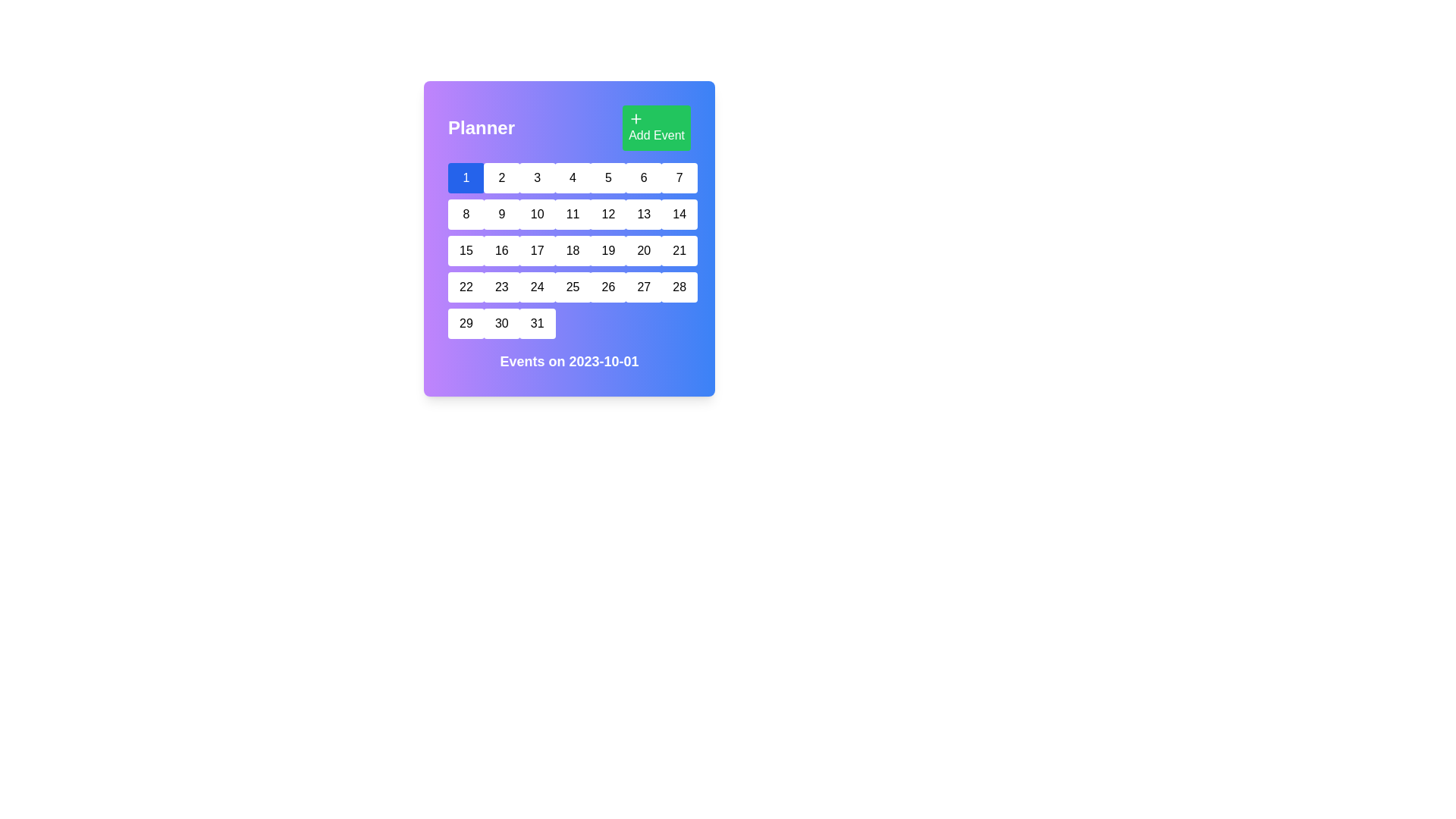 This screenshot has height=819, width=1456. What do you see at coordinates (568, 362) in the screenshot?
I see `the informational text element displaying 'Events on 2023-10-01', which is styled in bold and located at the bottom of the planner interface, centered within a gradient background` at bounding box center [568, 362].